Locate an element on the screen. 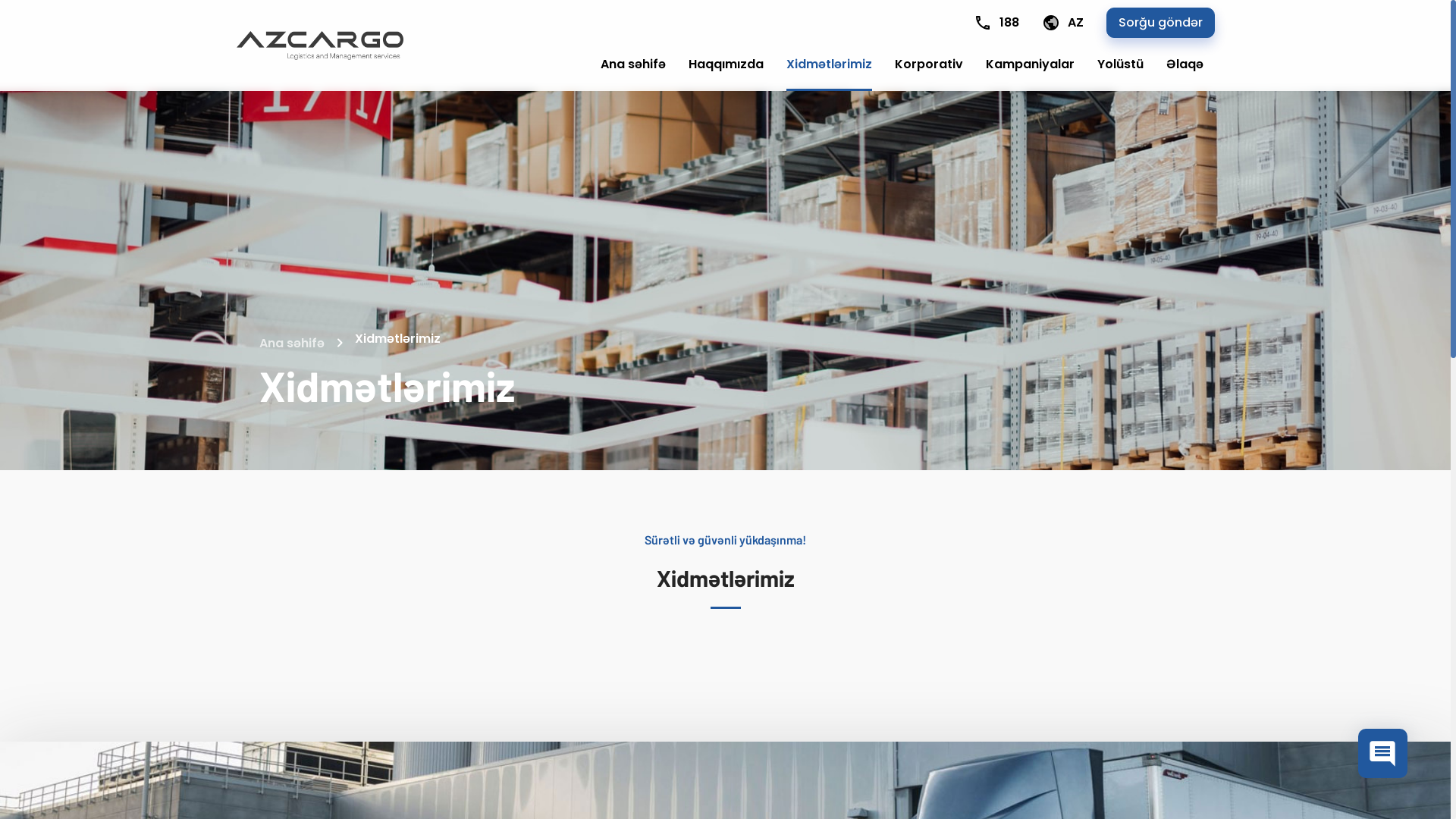 This screenshot has height=819, width=1456. 'chat' is located at coordinates (1357, 753).